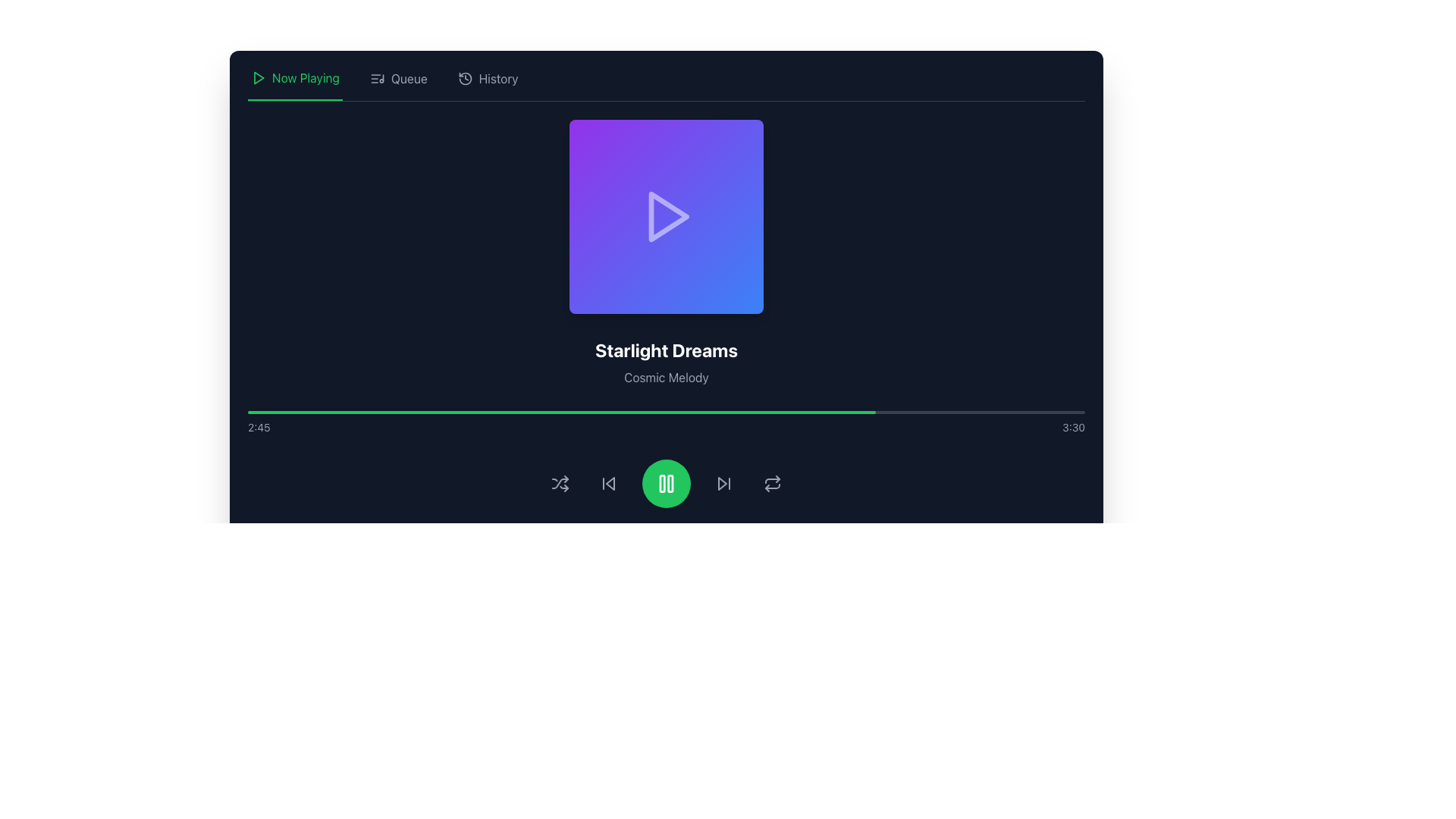 The height and width of the screenshot is (819, 1456). Describe the element at coordinates (377, 79) in the screenshot. I see `the queue icon located next to the 'Queue' label in the top navigation bar` at that location.